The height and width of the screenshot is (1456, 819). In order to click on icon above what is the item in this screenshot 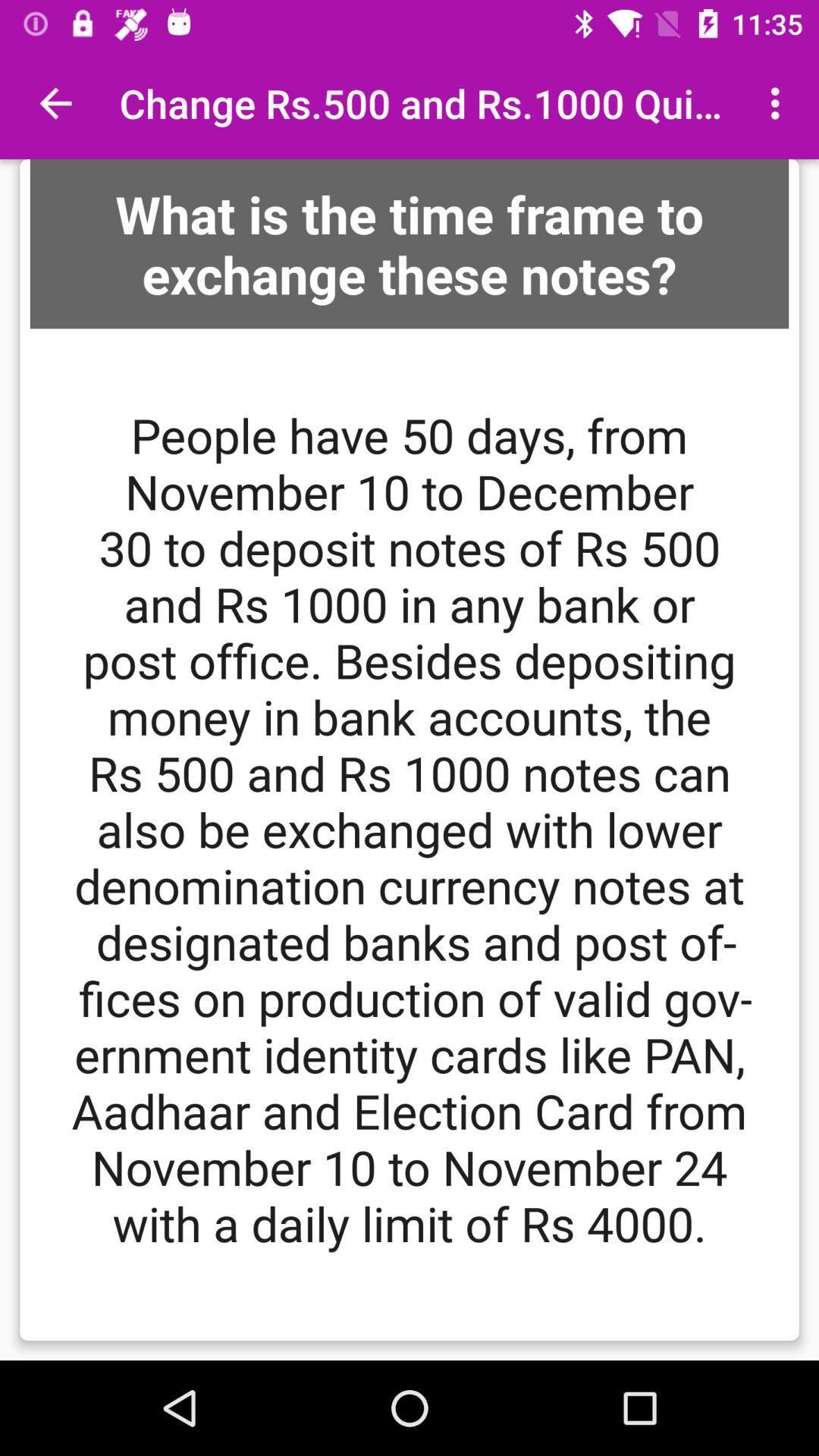, I will do `click(55, 102)`.